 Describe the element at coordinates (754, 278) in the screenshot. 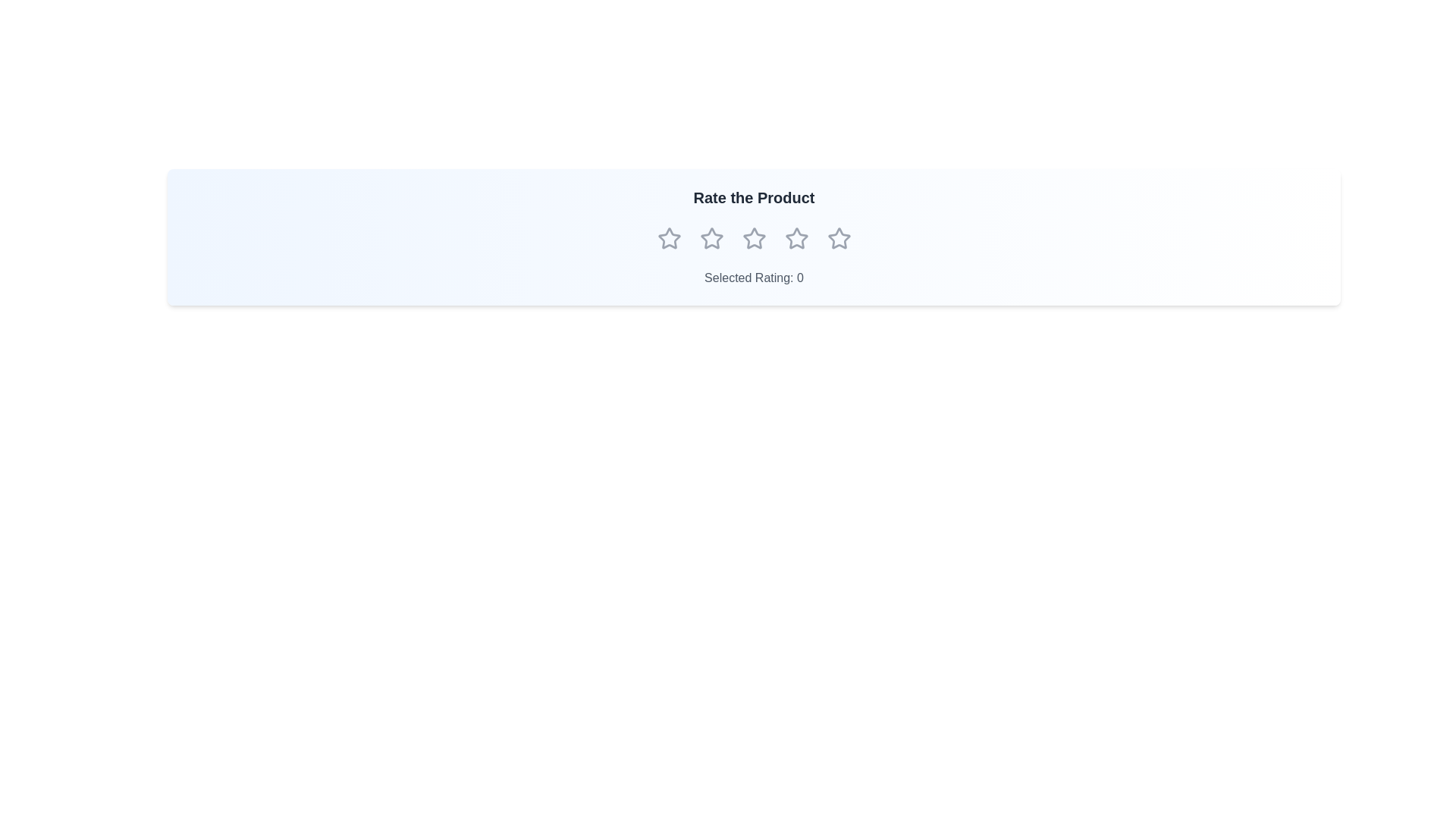

I see `the text label displaying 'Selected Rating: 0', which is styled in gray and located below the interactive star icons in the rating section` at that location.